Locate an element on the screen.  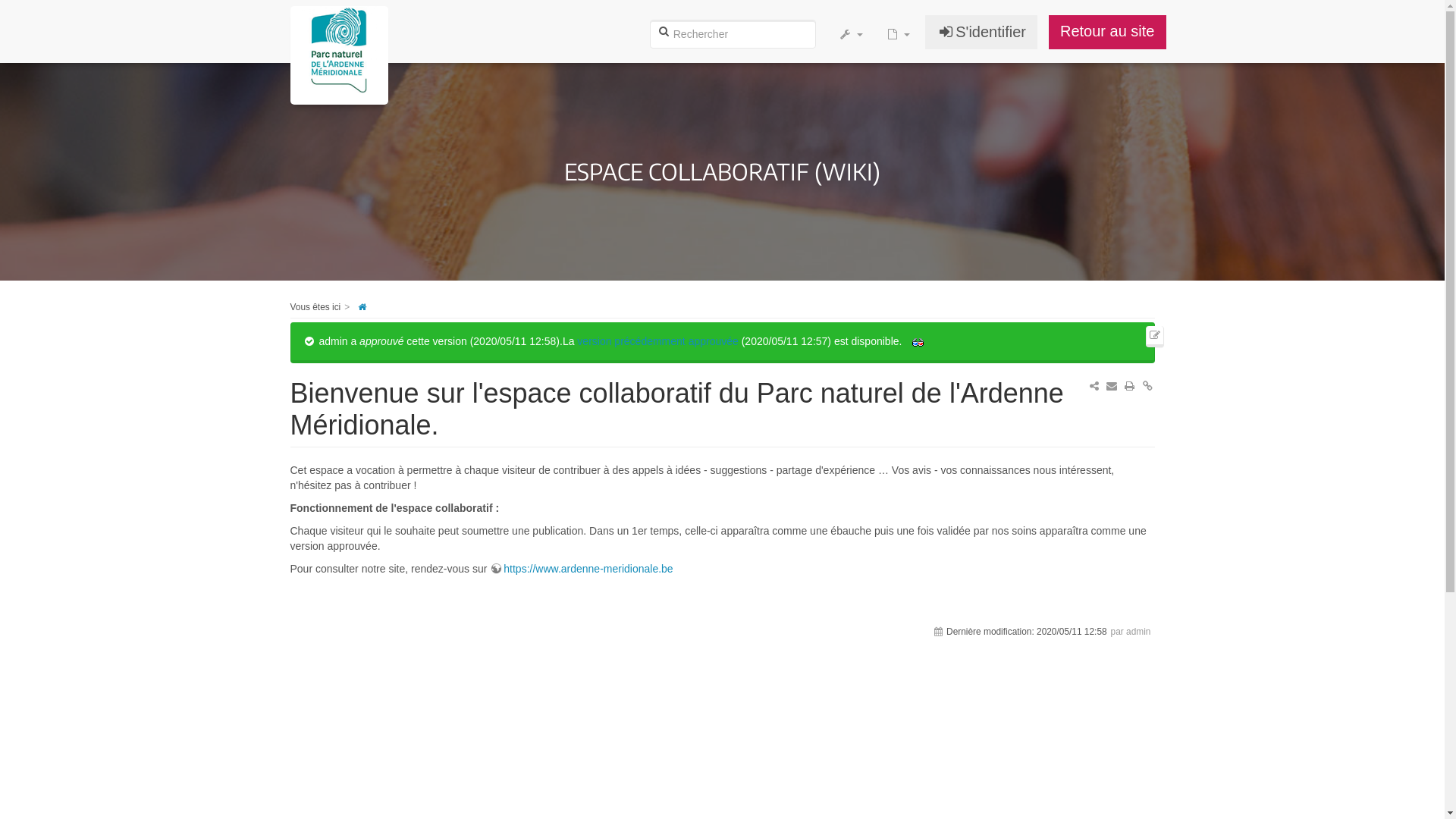
'Permalink' is located at coordinates (1147, 385).